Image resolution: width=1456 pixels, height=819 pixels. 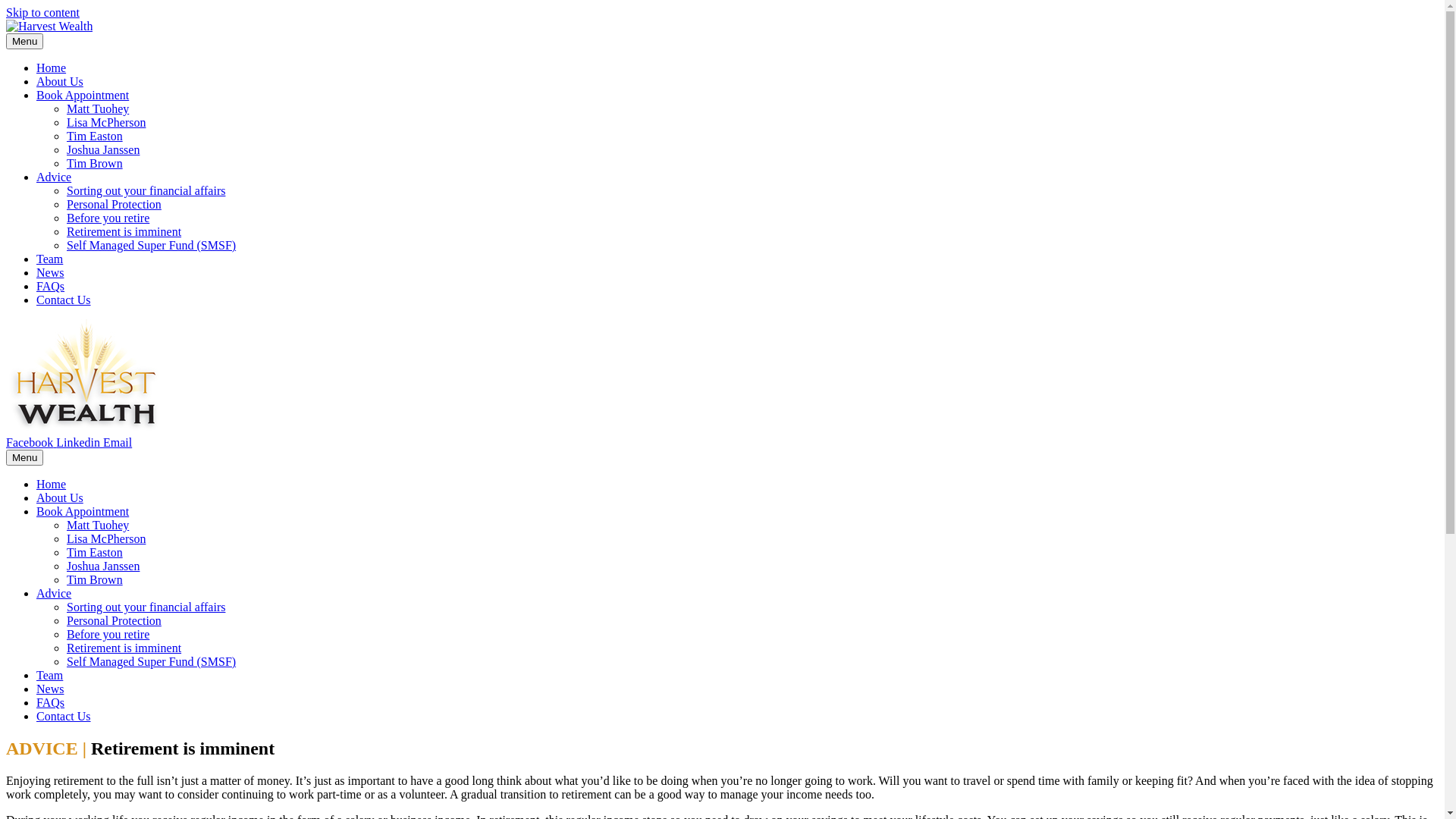 I want to click on 'Linkedin', so click(x=79, y=442).